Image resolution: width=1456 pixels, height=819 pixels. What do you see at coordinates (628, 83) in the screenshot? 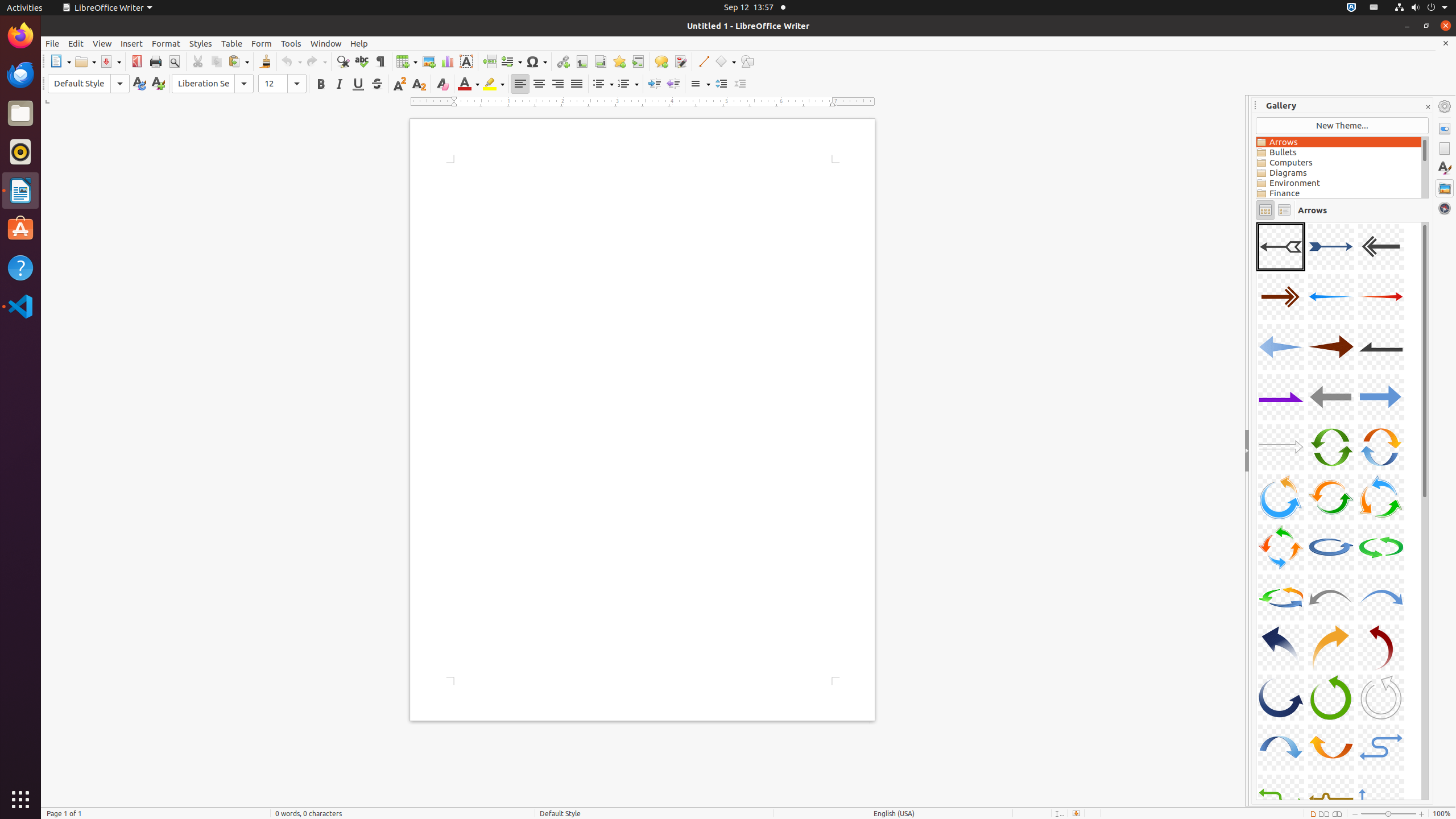
I see `'Numbering'` at bounding box center [628, 83].